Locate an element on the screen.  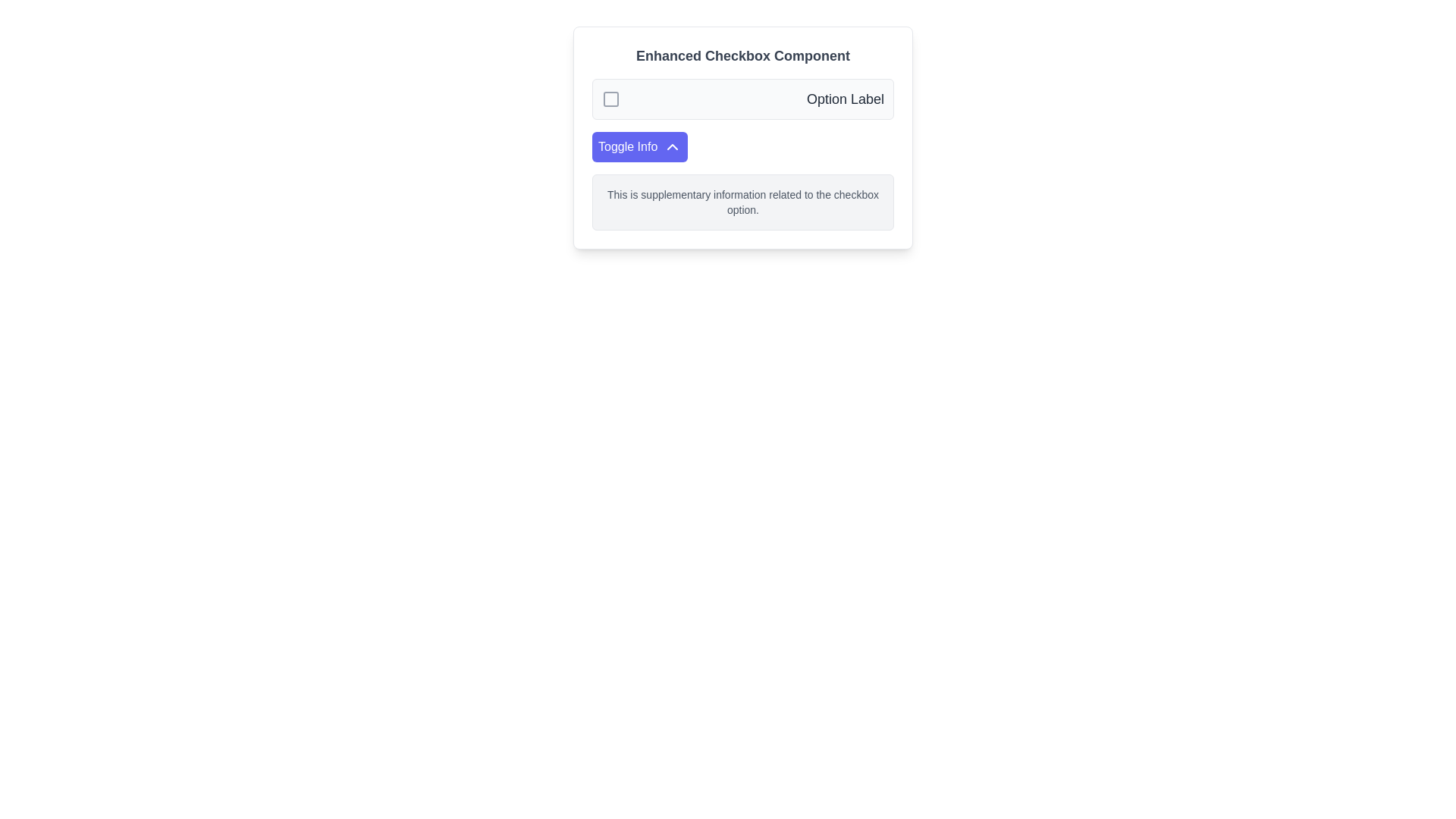
the button located below the 'Option Label' checkbox area is located at coordinates (640, 146).